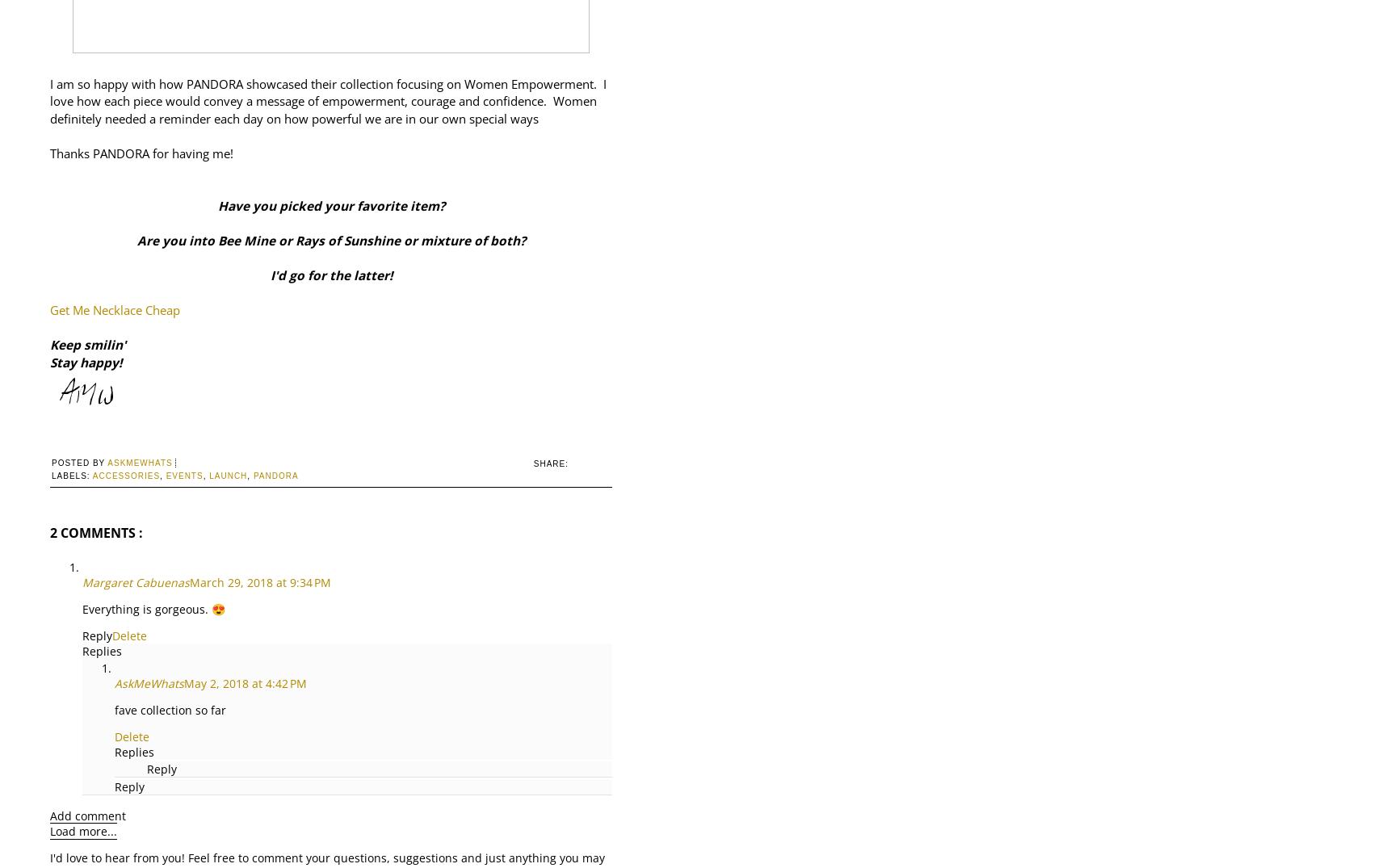 The width and height of the screenshot is (1373, 868). What do you see at coordinates (327, 100) in the screenshot?
I see `'I am so happy with how PANDORA showcased their collection focusing on Women Empowerment.  I love how each piece would convey a message of empowerment, courage and confidence.  Women definitely needed a reminder each day on how powerful we are in our own special ways'` at bounding box center [327, 100].